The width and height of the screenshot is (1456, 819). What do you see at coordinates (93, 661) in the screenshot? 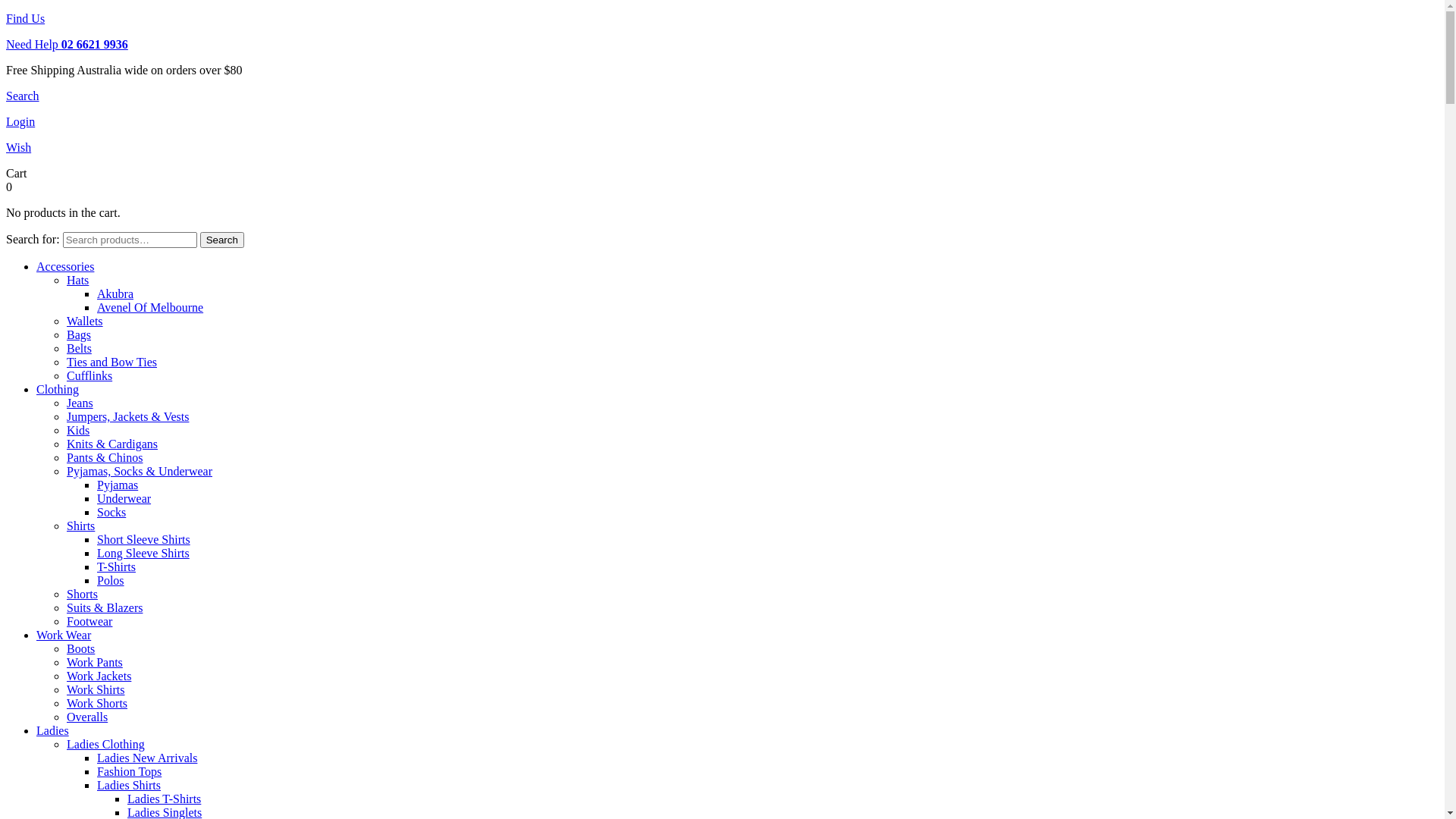
I see `'Work Pants'` at bounding box center [93, 661].